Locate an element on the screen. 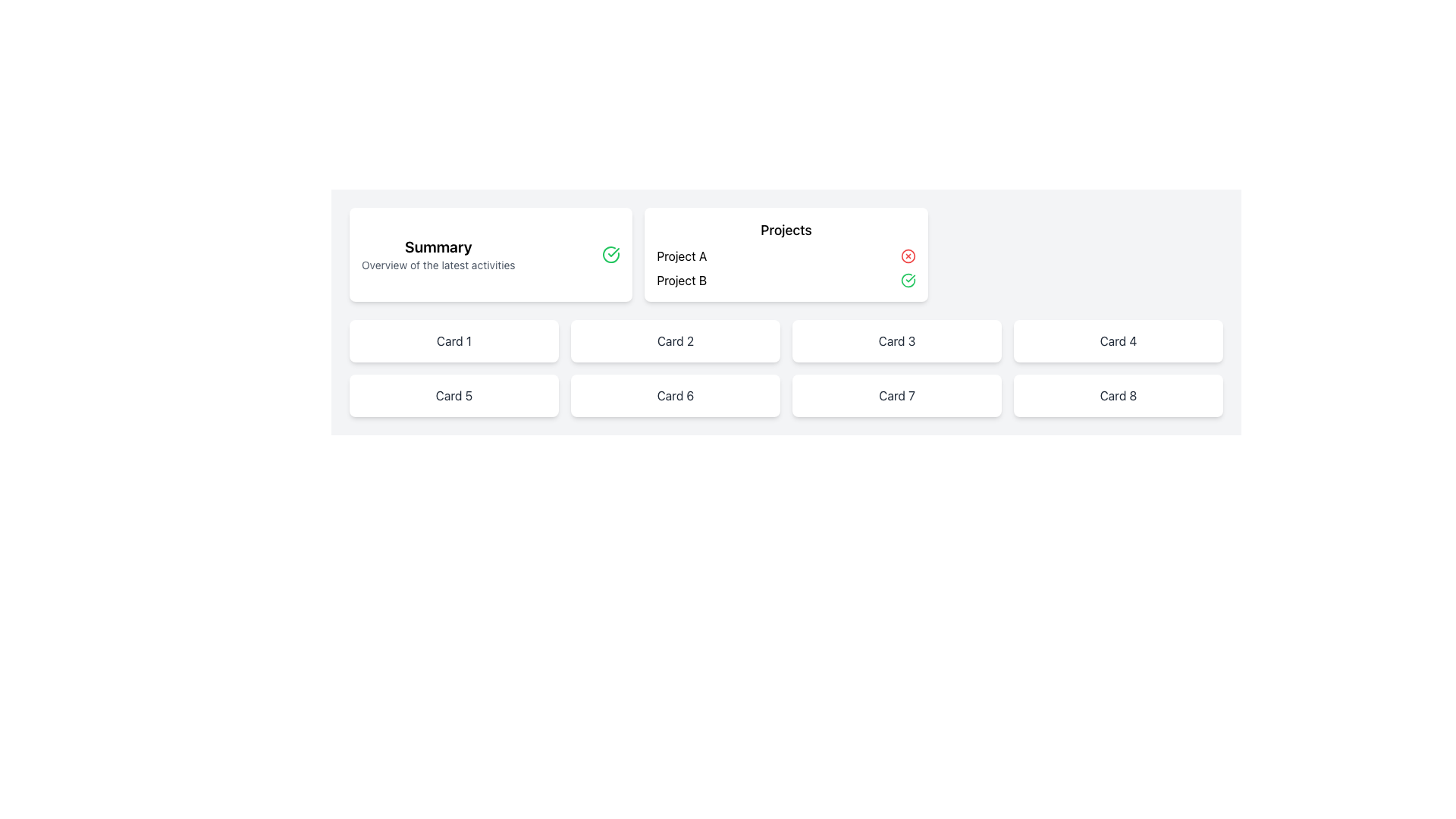 This screenshot has height=819, width=1456. text displayed on the selectable card item labeled 'Card 3', which is the third item in a horizontally oriented grid layout, positioned between 'Card 2' and 'Card 4' is located at coordinates (896, 341).